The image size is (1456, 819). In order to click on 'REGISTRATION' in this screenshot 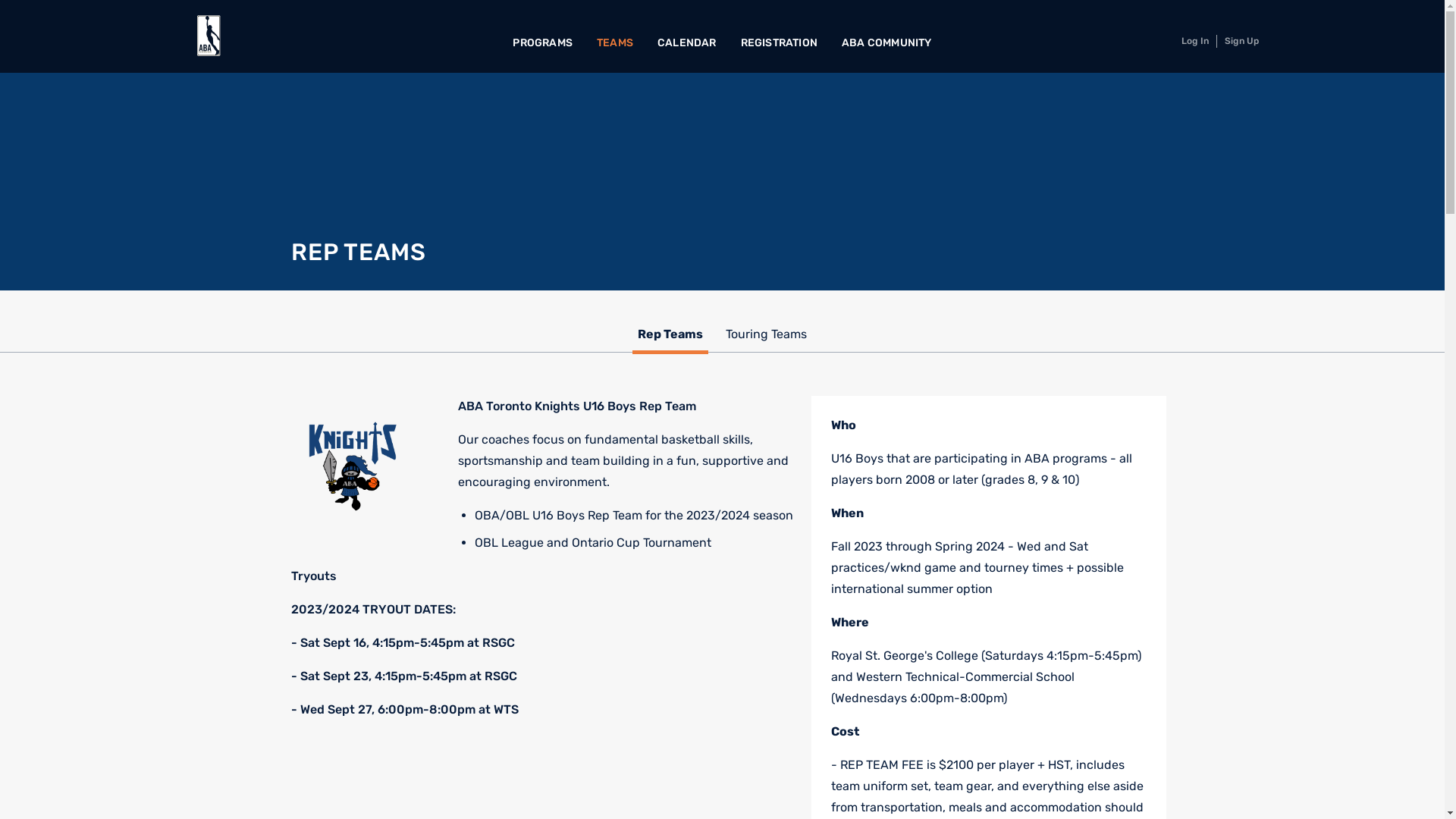, I will do `click(779, 42)`.